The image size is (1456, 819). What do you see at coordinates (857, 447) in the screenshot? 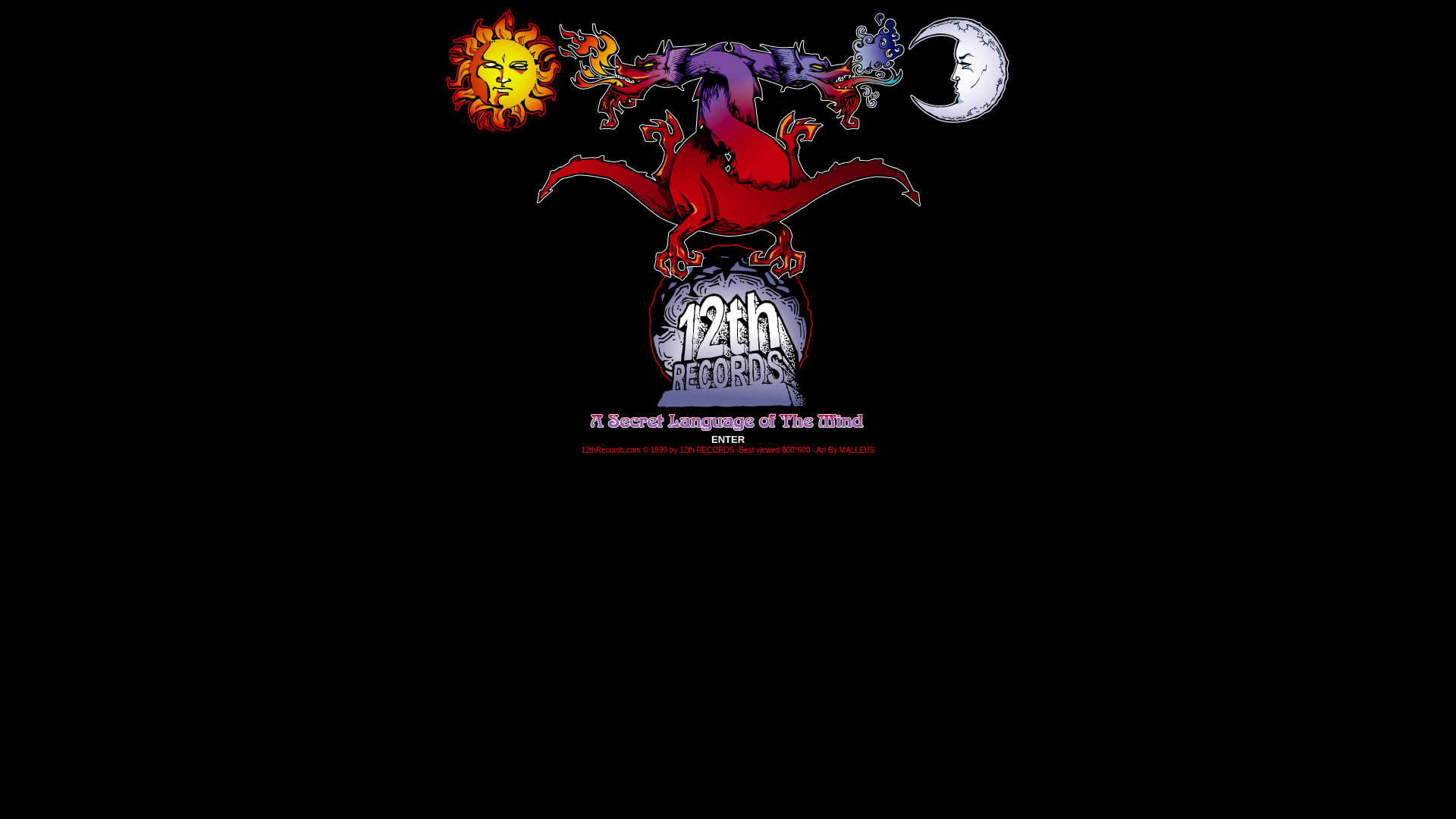
I see `'MALLEUS'` at bounding box center [857, 447].